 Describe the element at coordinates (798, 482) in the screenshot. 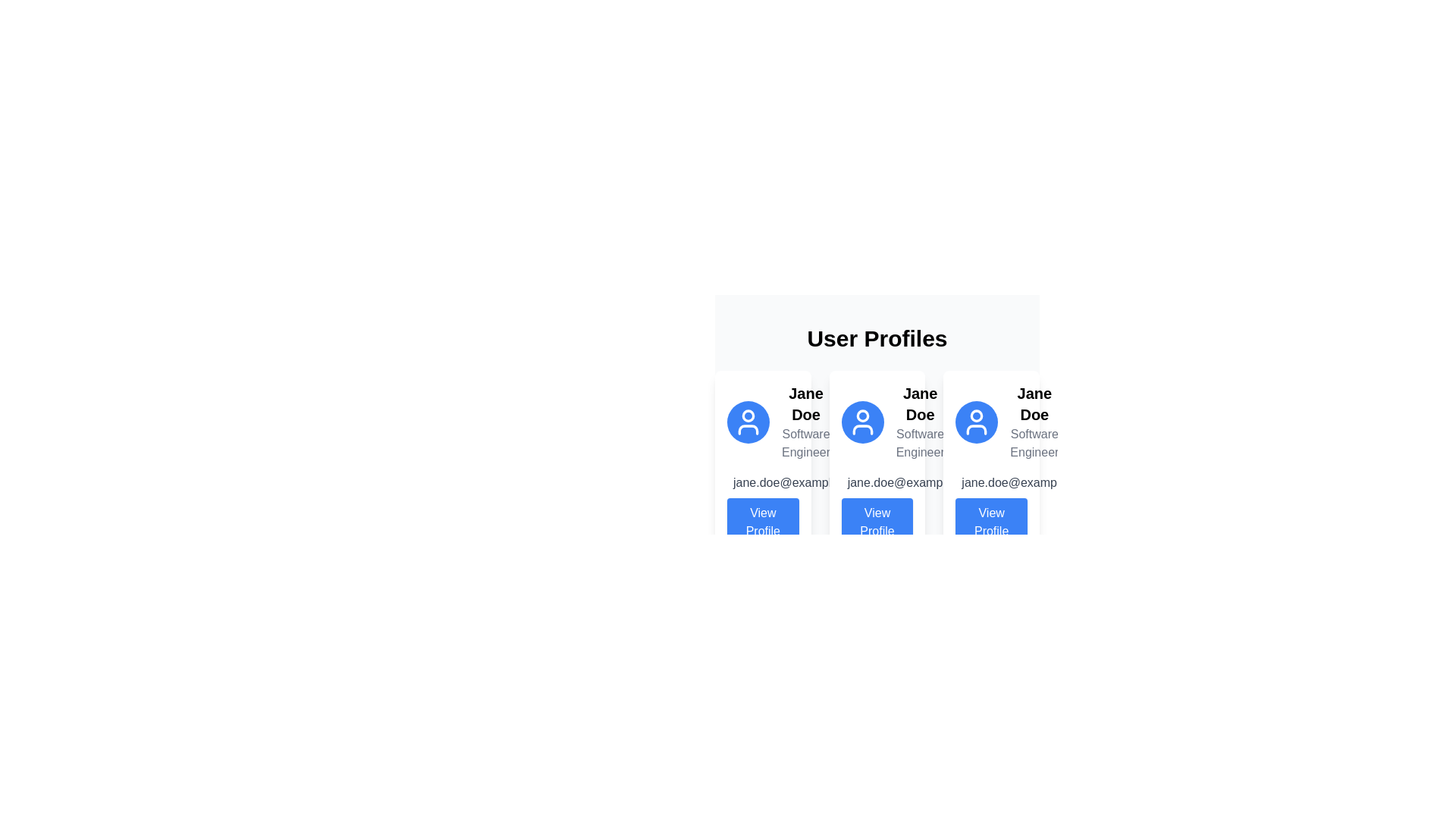

I see `the text label displaying the user's contact email address, which is located at the bottom central portion of the user profile card, immediately below the 'Software Engineer' text` at that location.